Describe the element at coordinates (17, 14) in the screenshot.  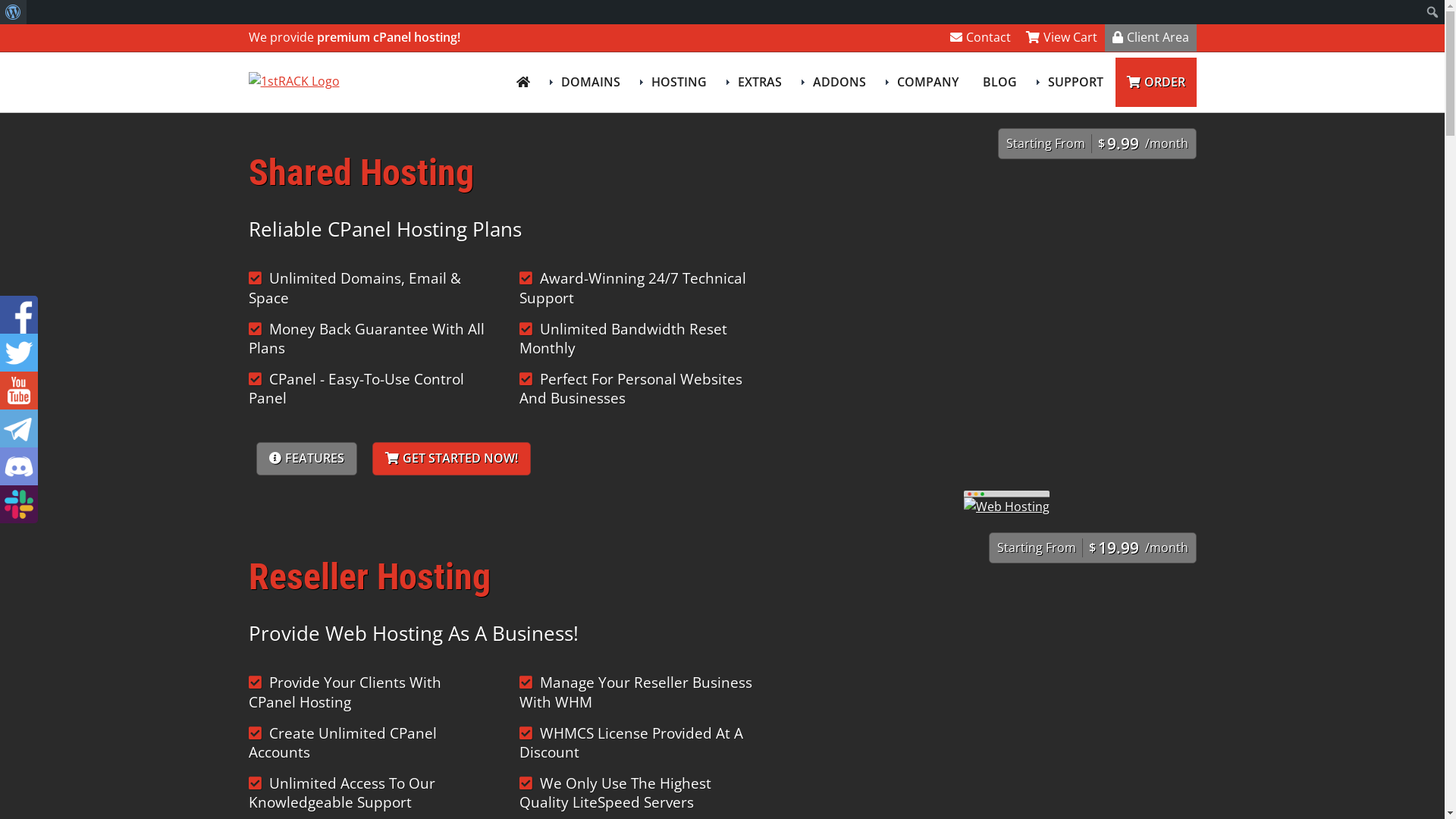
I see `'Search'` at that location.